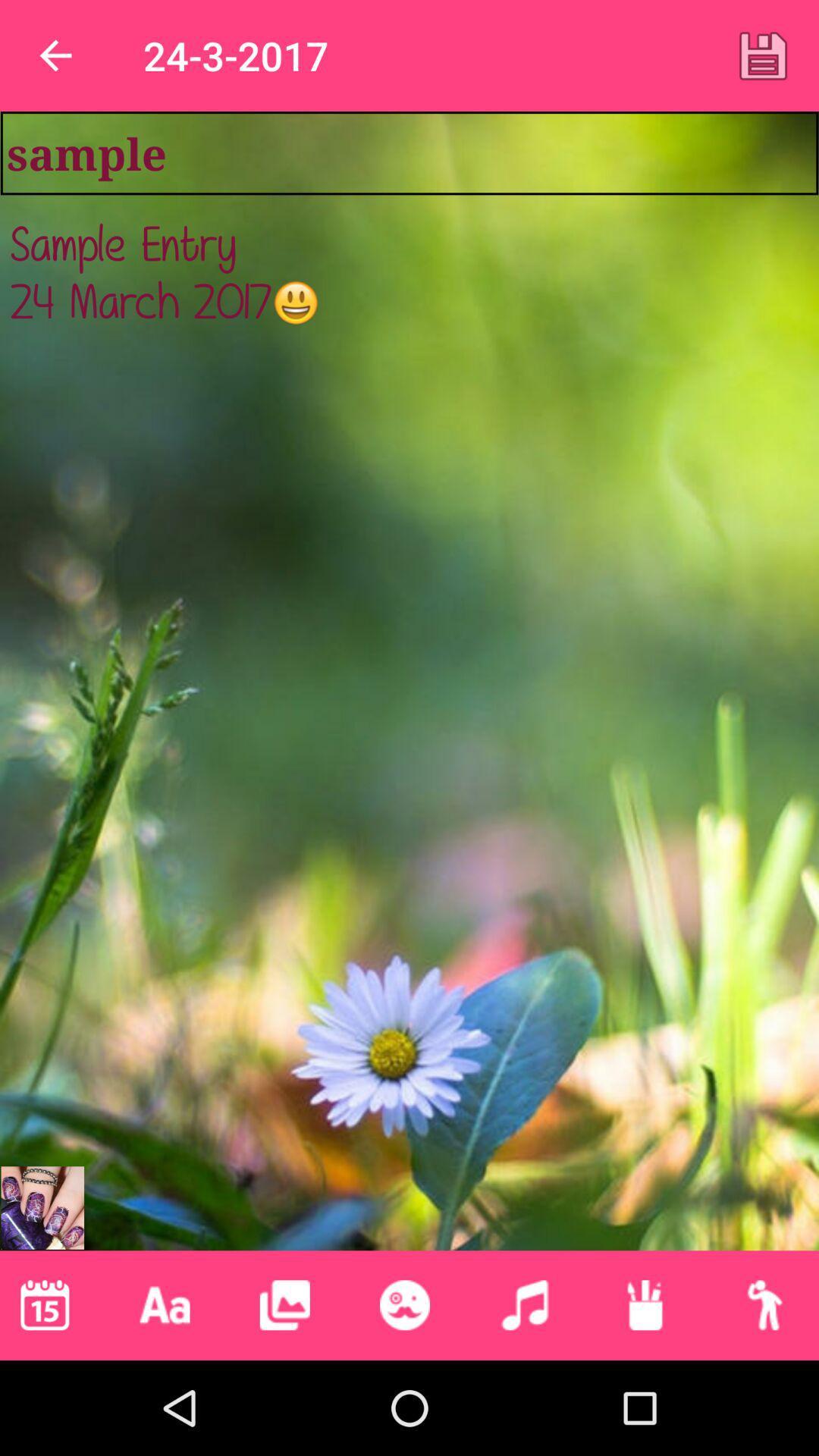 The height and width of the screenshot is (1456, 819). I want to click on the music icon, so click(524, 1304).